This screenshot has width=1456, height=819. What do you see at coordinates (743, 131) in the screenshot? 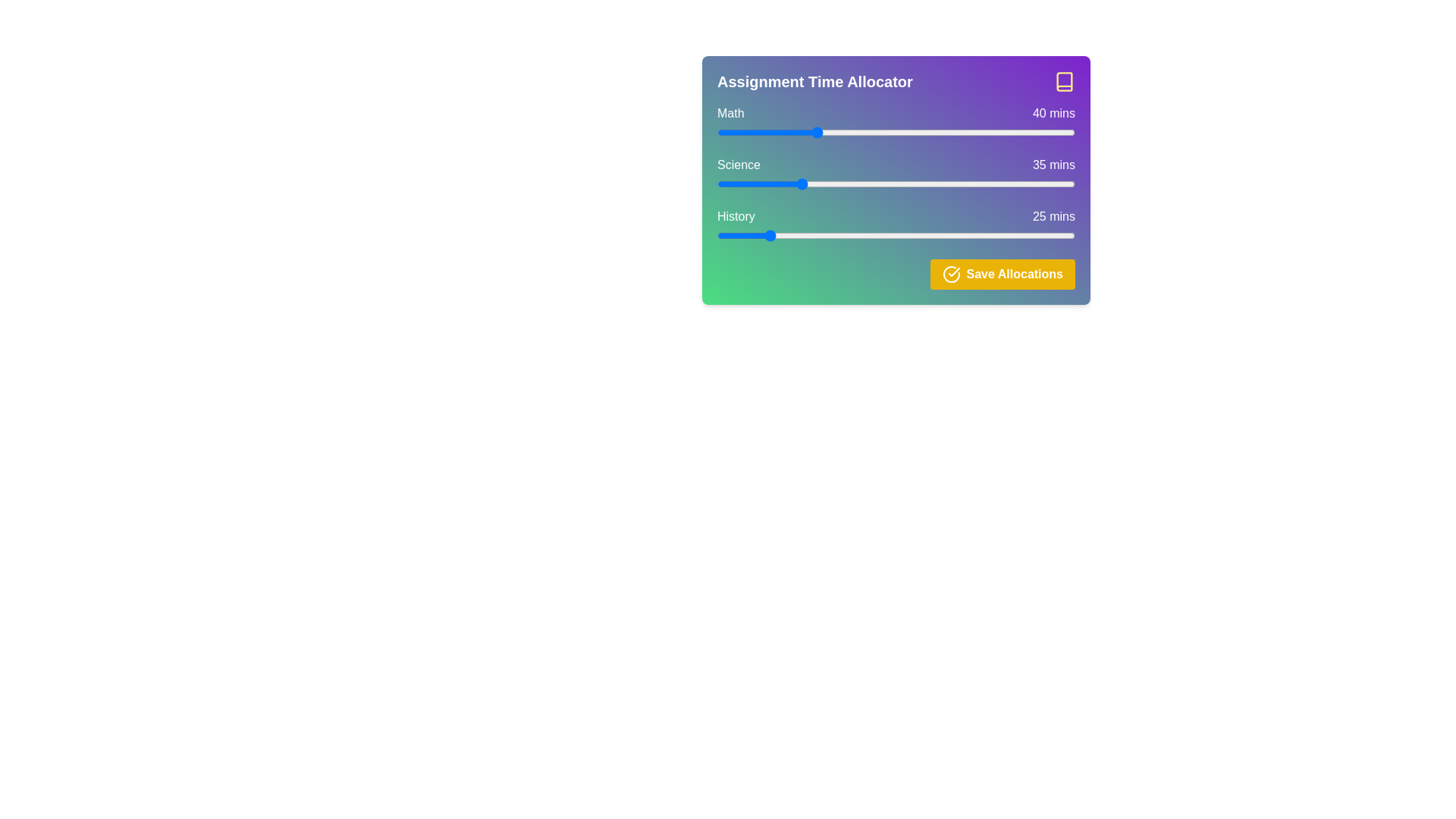
I see `the slider for 'Math'` at bounding box center [743, 131].